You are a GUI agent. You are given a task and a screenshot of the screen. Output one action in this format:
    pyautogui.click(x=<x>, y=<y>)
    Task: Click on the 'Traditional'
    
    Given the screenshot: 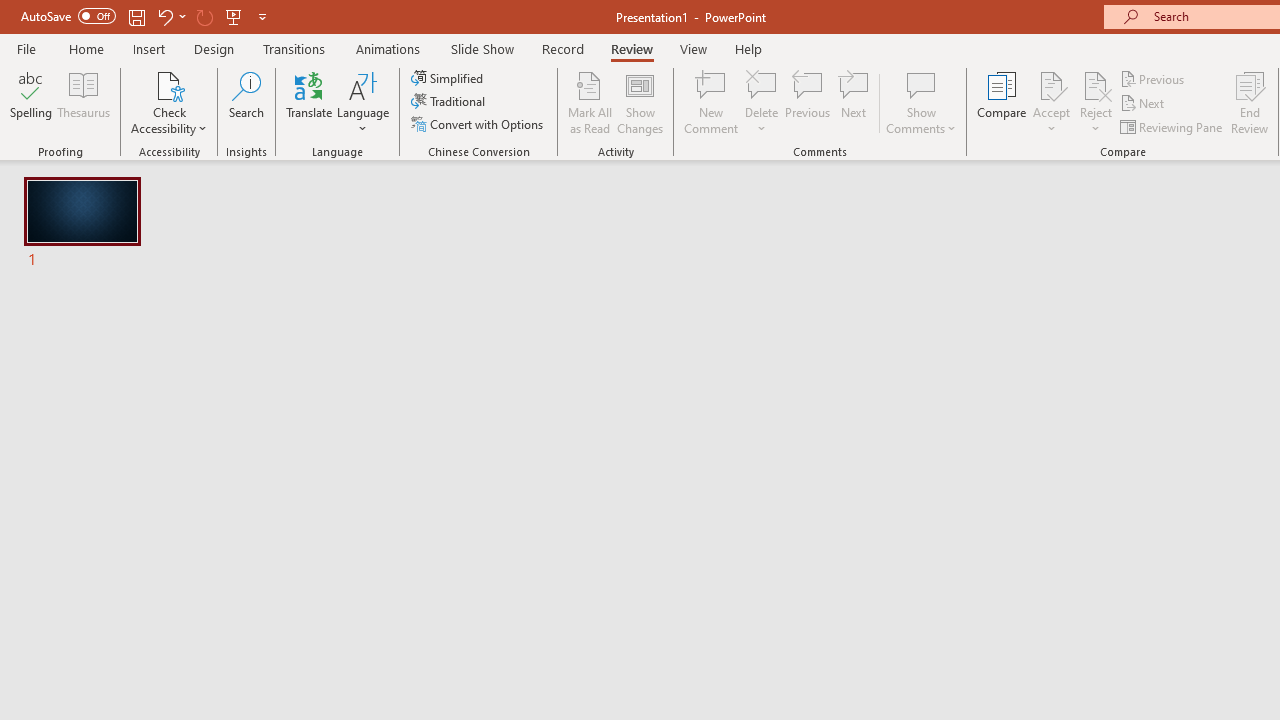 What is the action you would take?
    pyautogui.click(x=448, y=101)
    